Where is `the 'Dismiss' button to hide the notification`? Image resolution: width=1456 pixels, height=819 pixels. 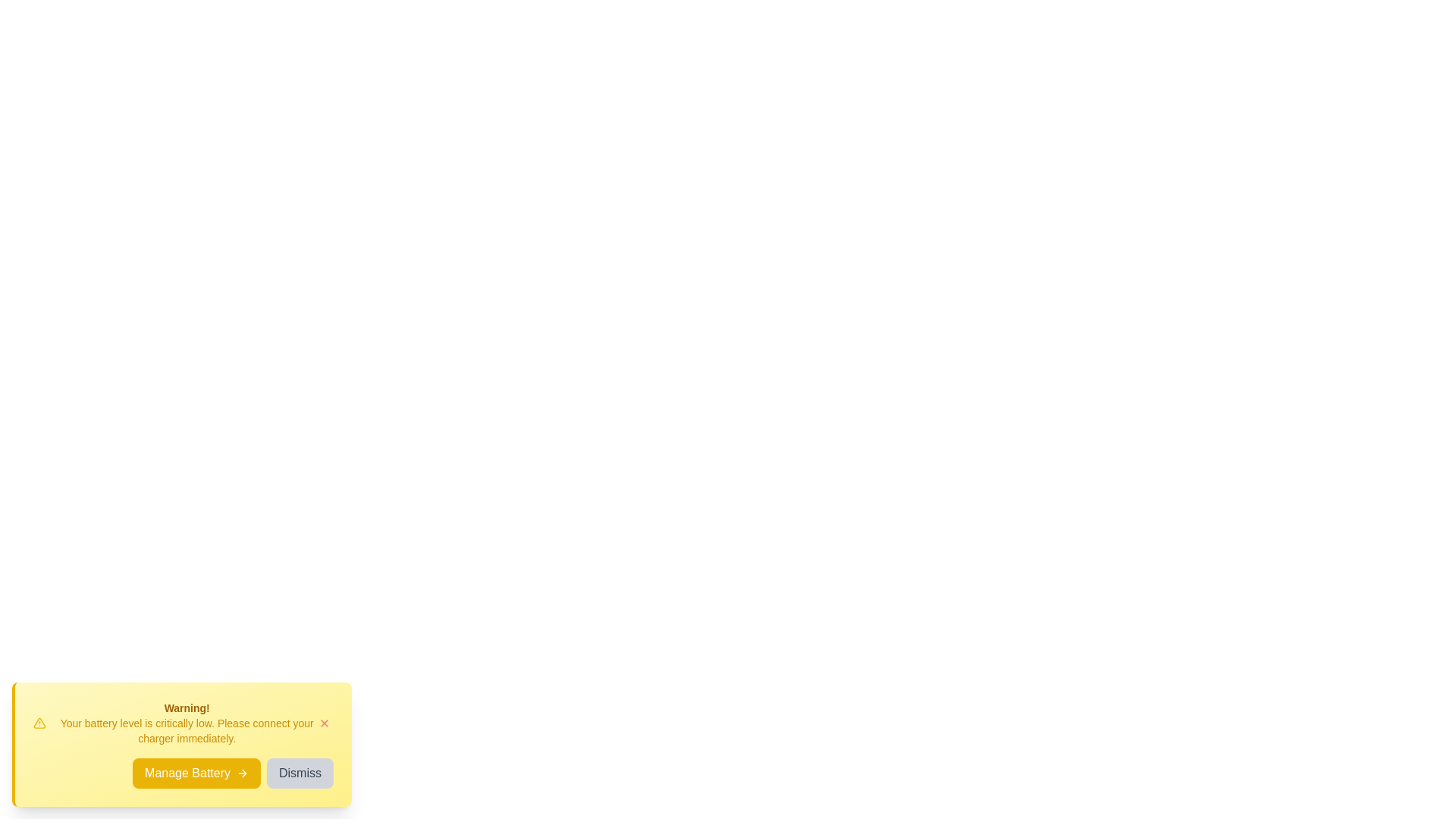
the 'Dismiss' button to hide the notification is located at coordinates (300, 773).